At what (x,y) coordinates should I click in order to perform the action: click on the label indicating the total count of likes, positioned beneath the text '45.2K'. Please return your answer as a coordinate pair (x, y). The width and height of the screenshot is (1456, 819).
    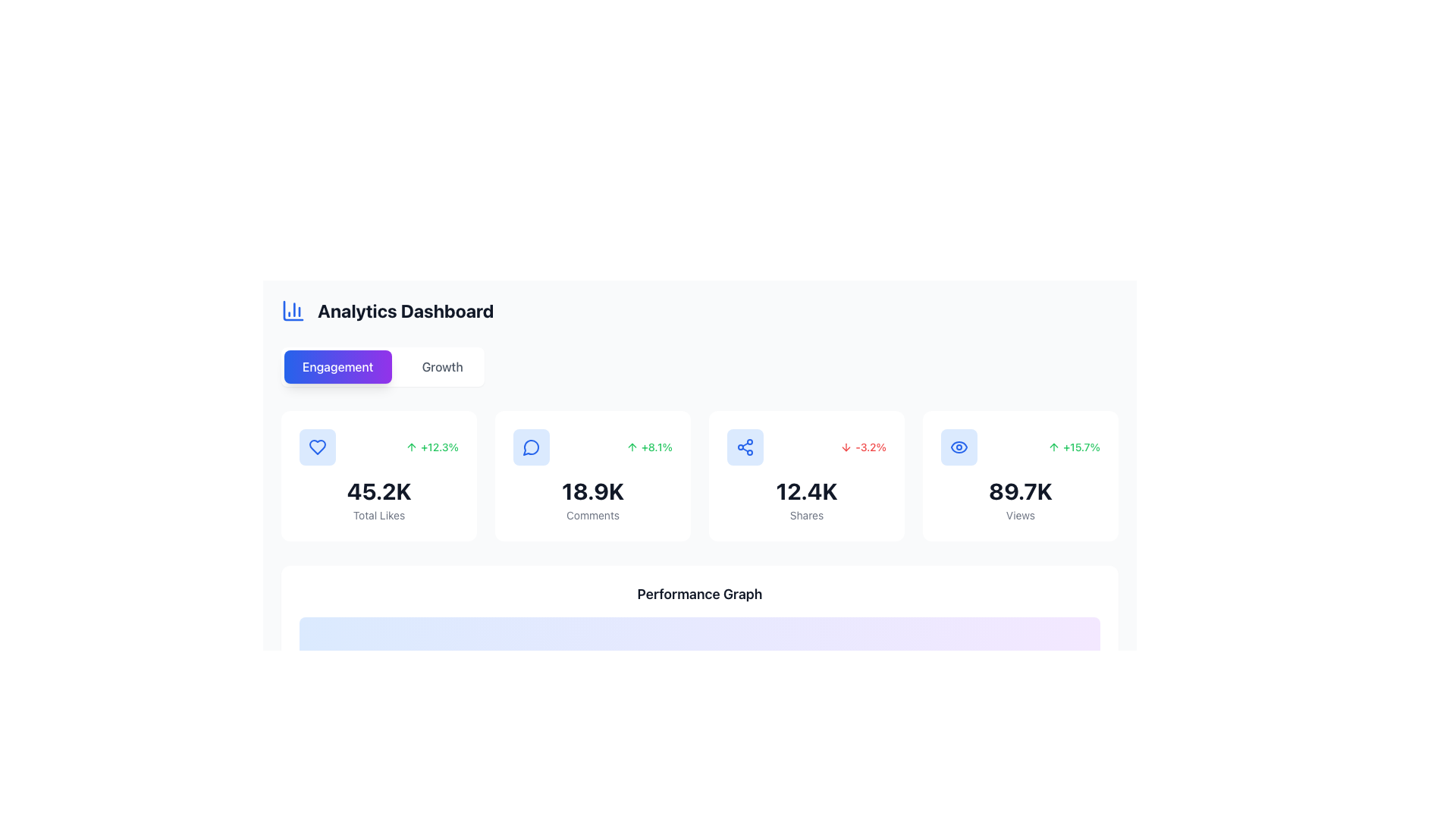
    Looking at the image, I should click on (378, 514).